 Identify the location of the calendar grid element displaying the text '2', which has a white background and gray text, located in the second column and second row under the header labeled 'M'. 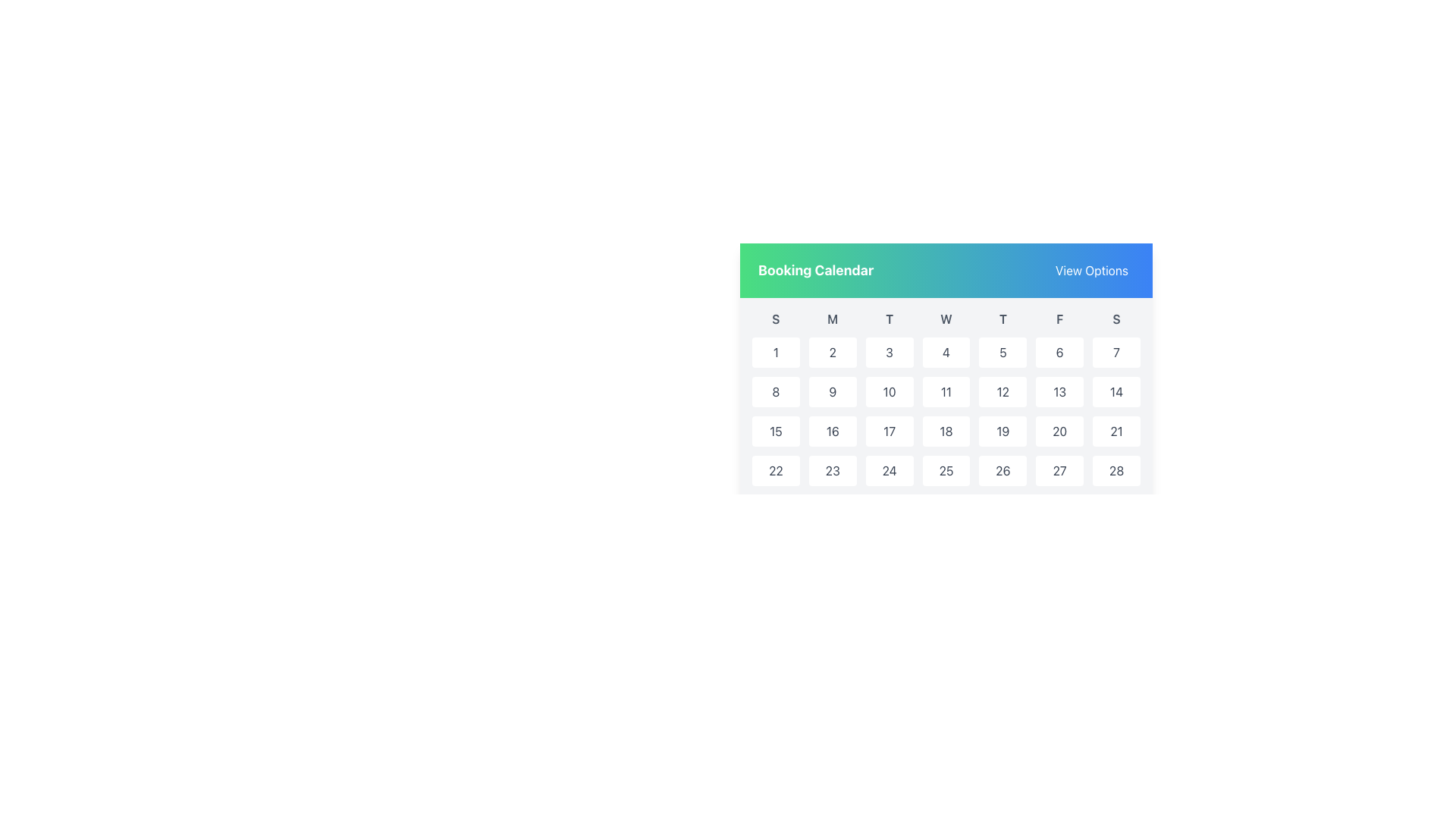
(832, 353).